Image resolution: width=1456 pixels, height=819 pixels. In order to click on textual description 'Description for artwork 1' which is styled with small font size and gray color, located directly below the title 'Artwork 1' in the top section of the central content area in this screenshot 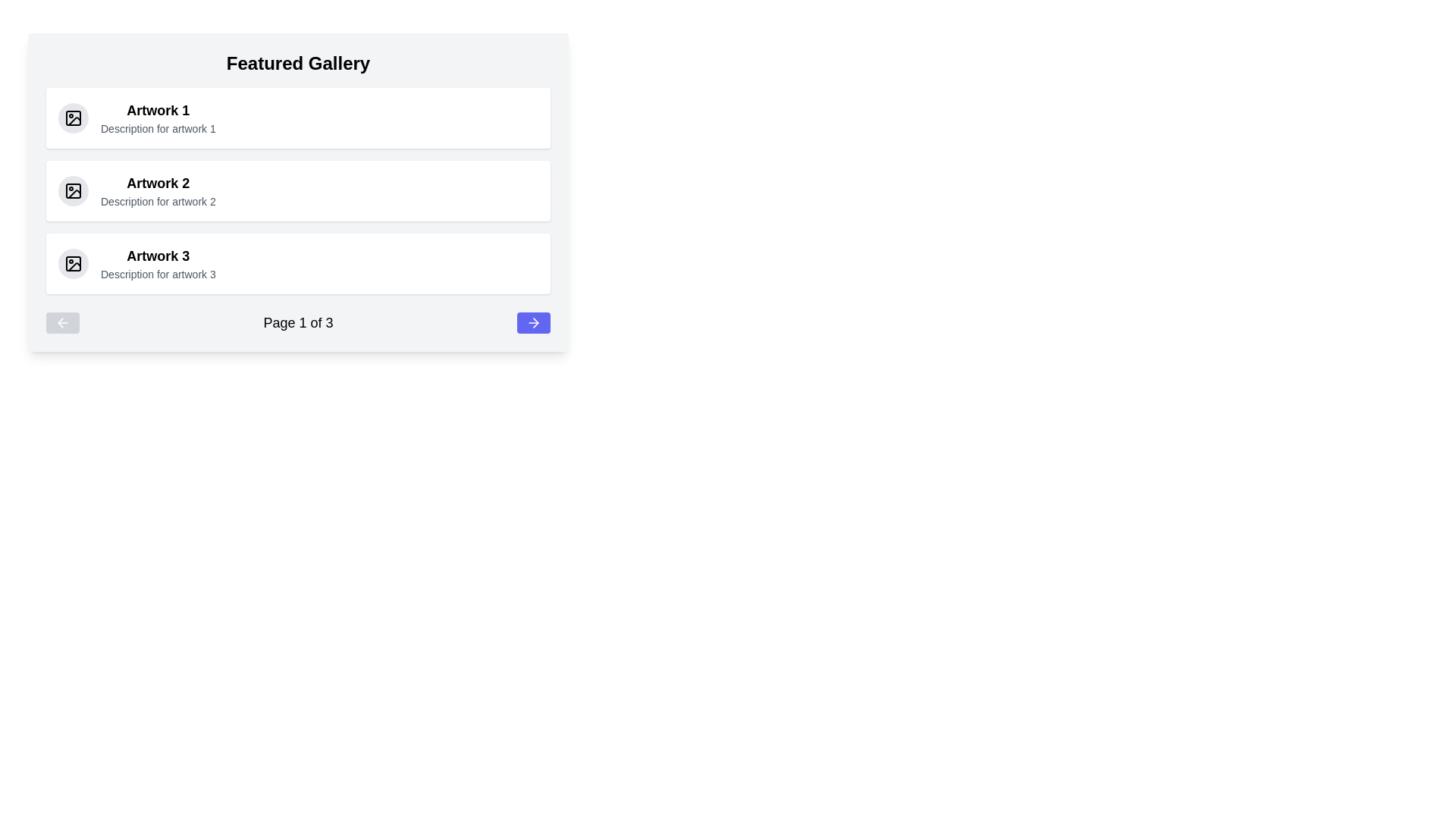, I will do `click(158, 127)`.